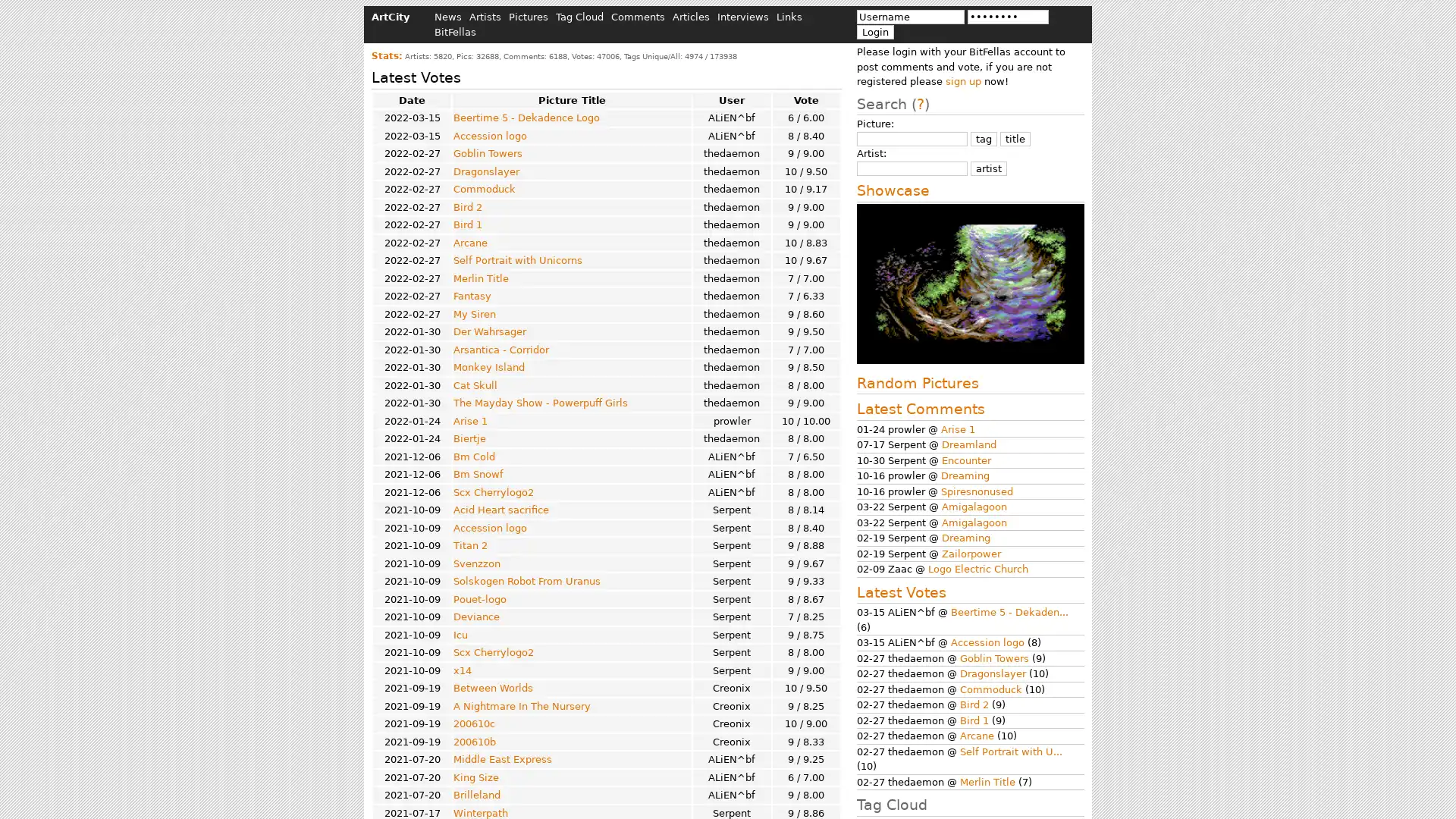 This screenshot has width=1456, height=819. I want to click on Login, so click(875, 31).